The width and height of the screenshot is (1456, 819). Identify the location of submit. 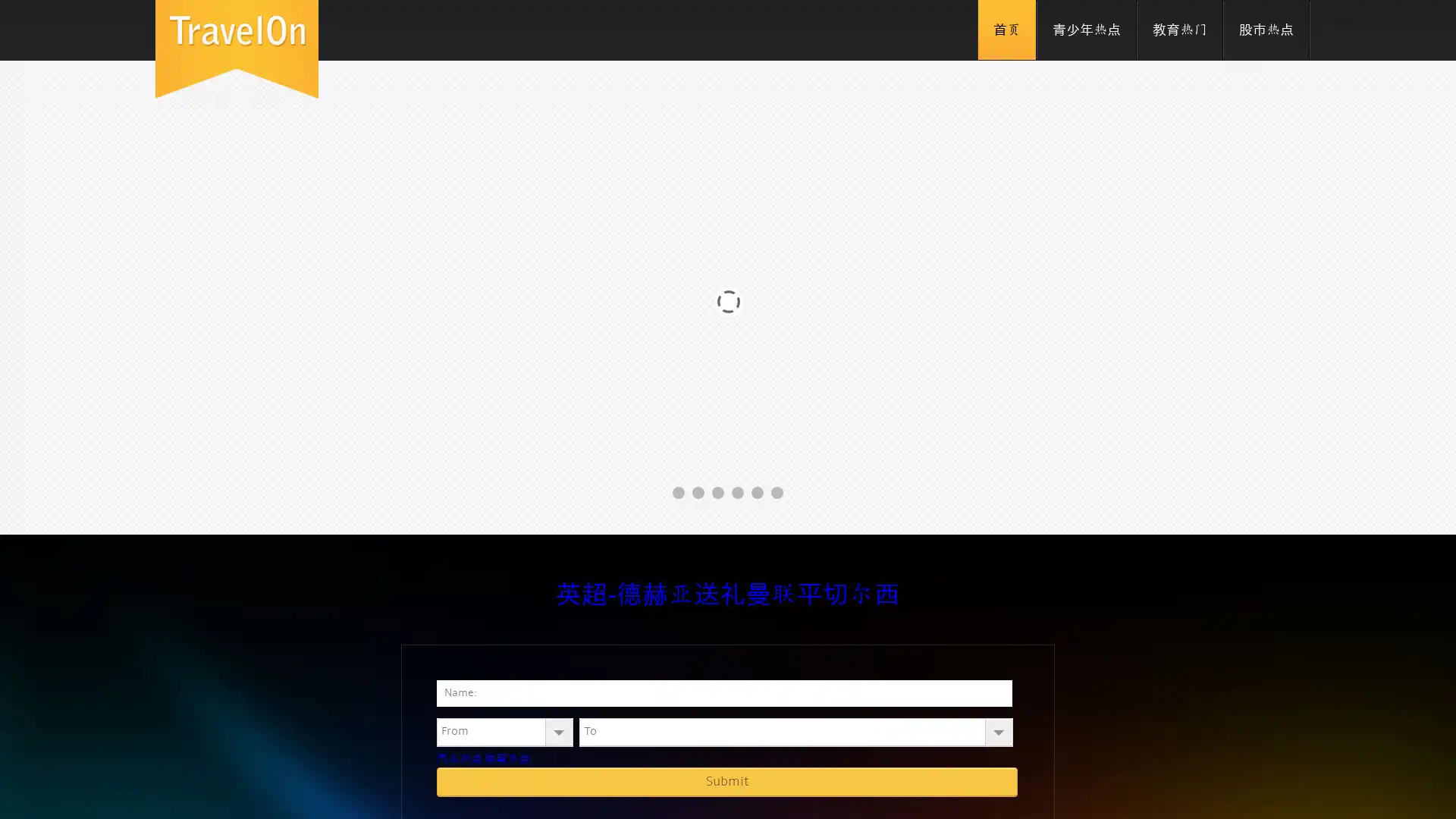
(726, 781).